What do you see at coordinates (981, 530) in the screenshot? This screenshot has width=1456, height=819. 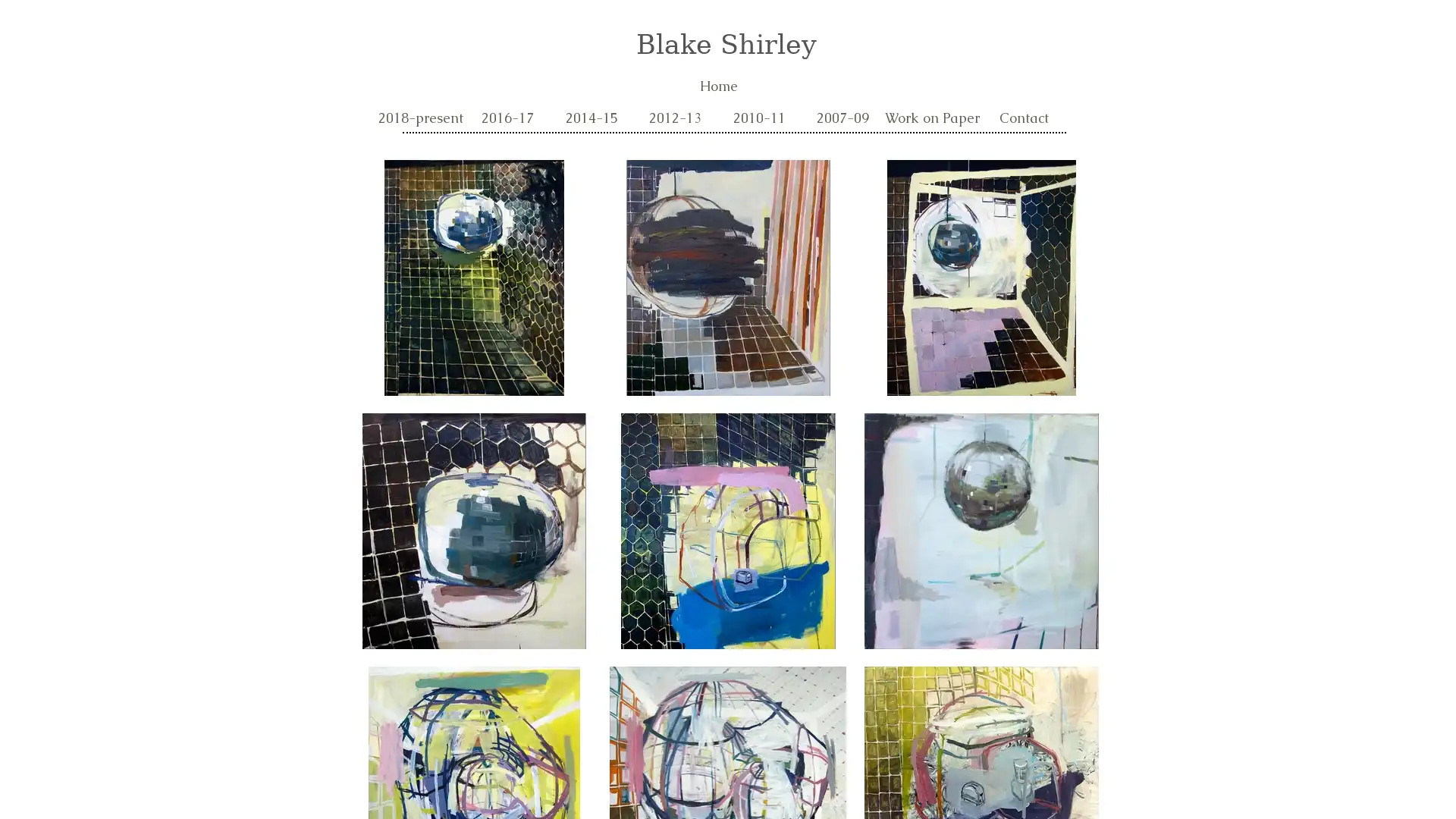 I see `DSC_0040.jpg` at bounding box center [981, 530].